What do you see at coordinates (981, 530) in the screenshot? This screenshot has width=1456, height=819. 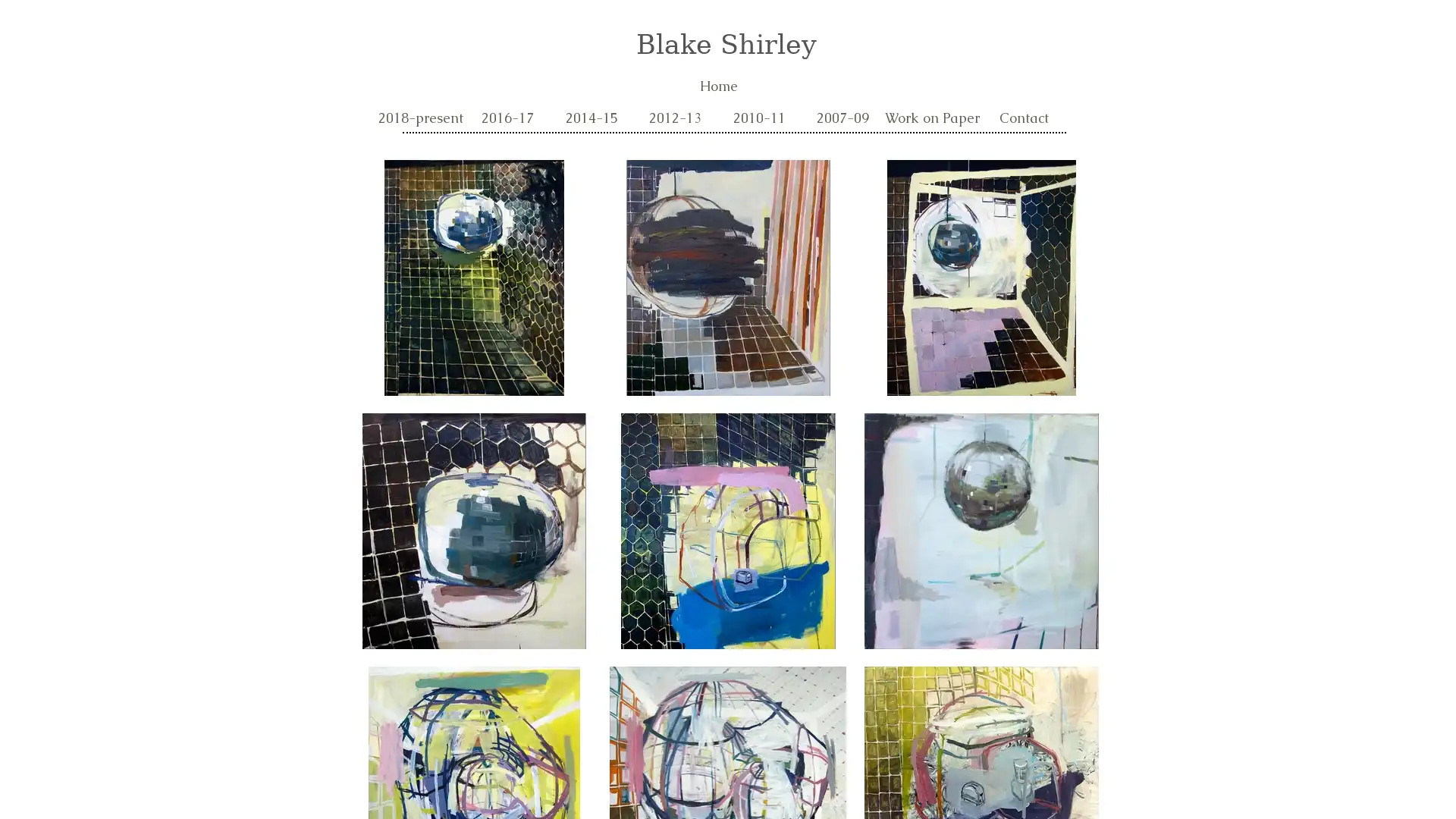 I see `DSC_0040.jpg` at bounding box center [981, 530].